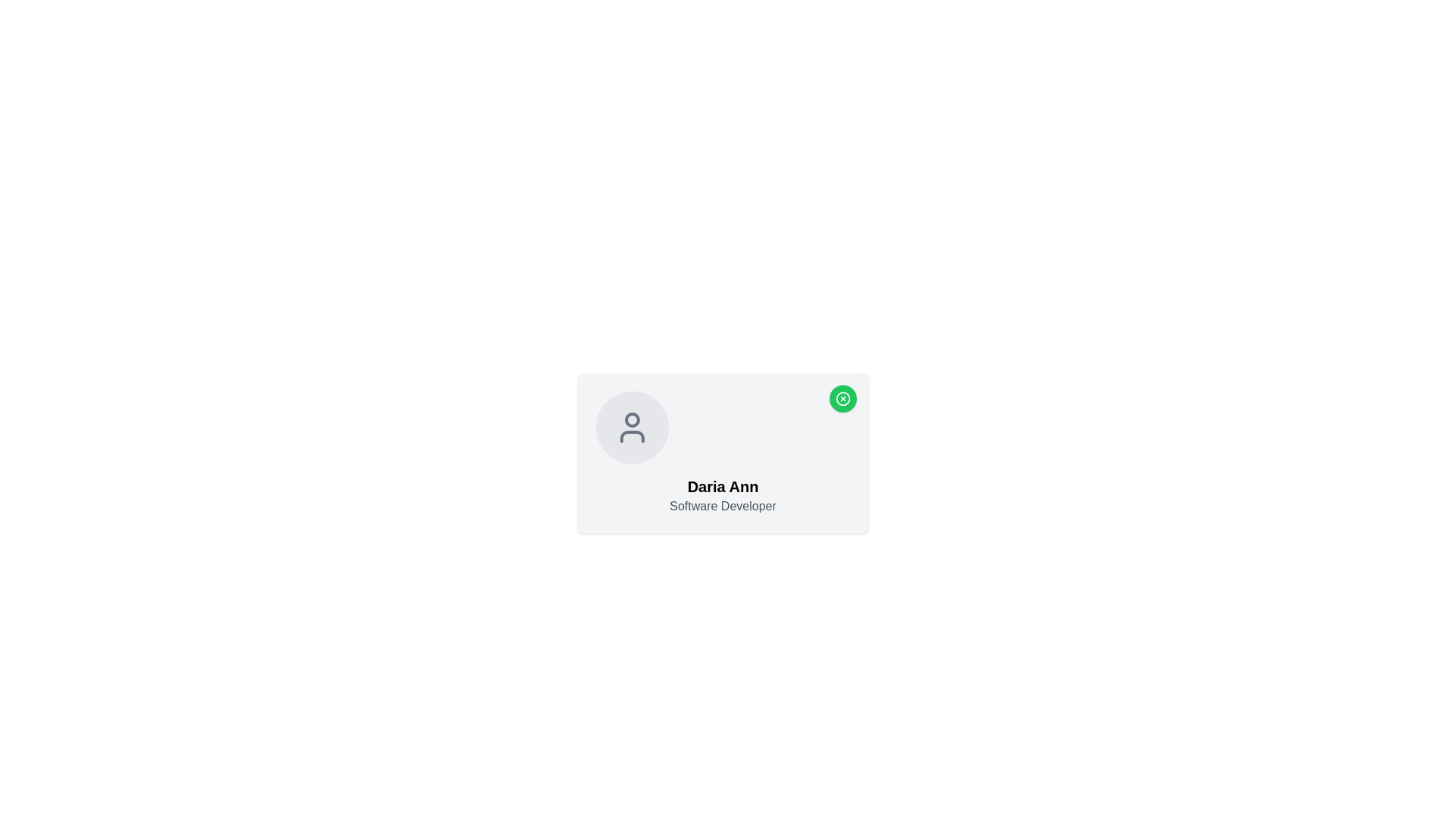 The width and height of the screenshot is (1456, 819). I want to click on the SVG circle graphic element located in the upper-right portion of the card-like component, so click(842, 397).